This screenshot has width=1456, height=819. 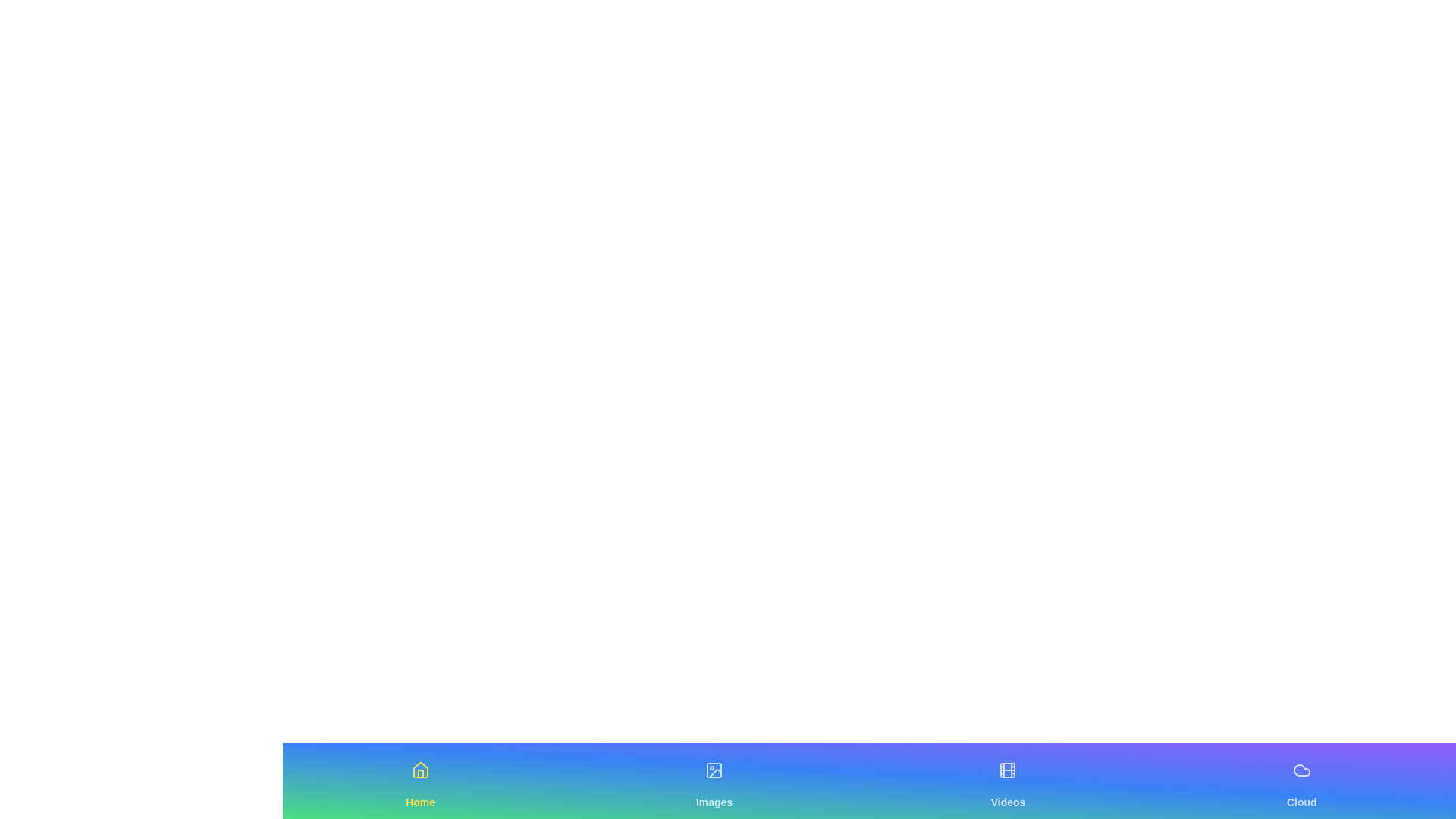 I want to click on the tab labeled Cloud to observe its hover effect, so click(x=1301, y=780).